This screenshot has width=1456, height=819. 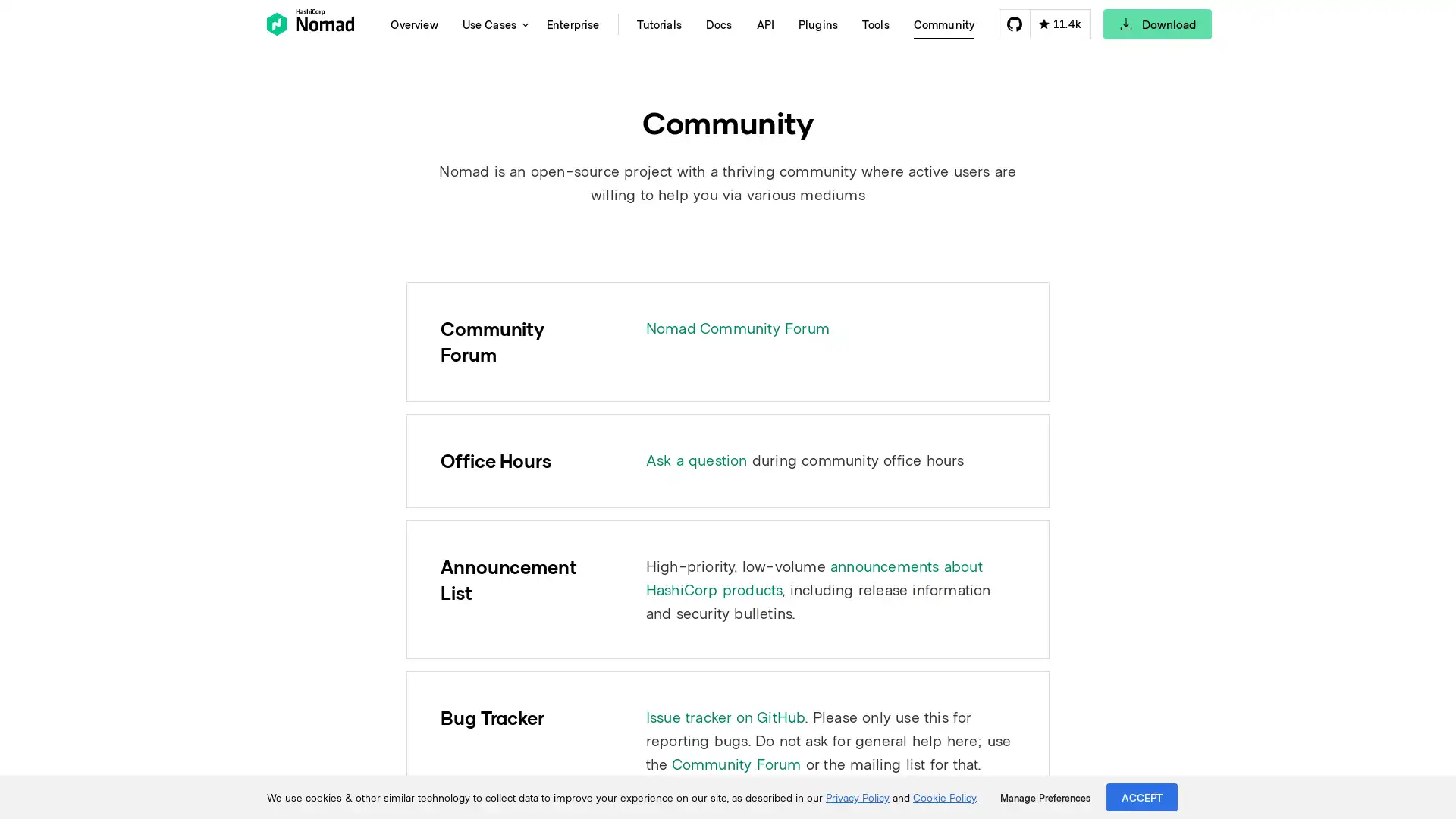 What do you see at coordinates (491, 24) in the screenshot?
I see `Use Cases` at bounding box center [491, 24].